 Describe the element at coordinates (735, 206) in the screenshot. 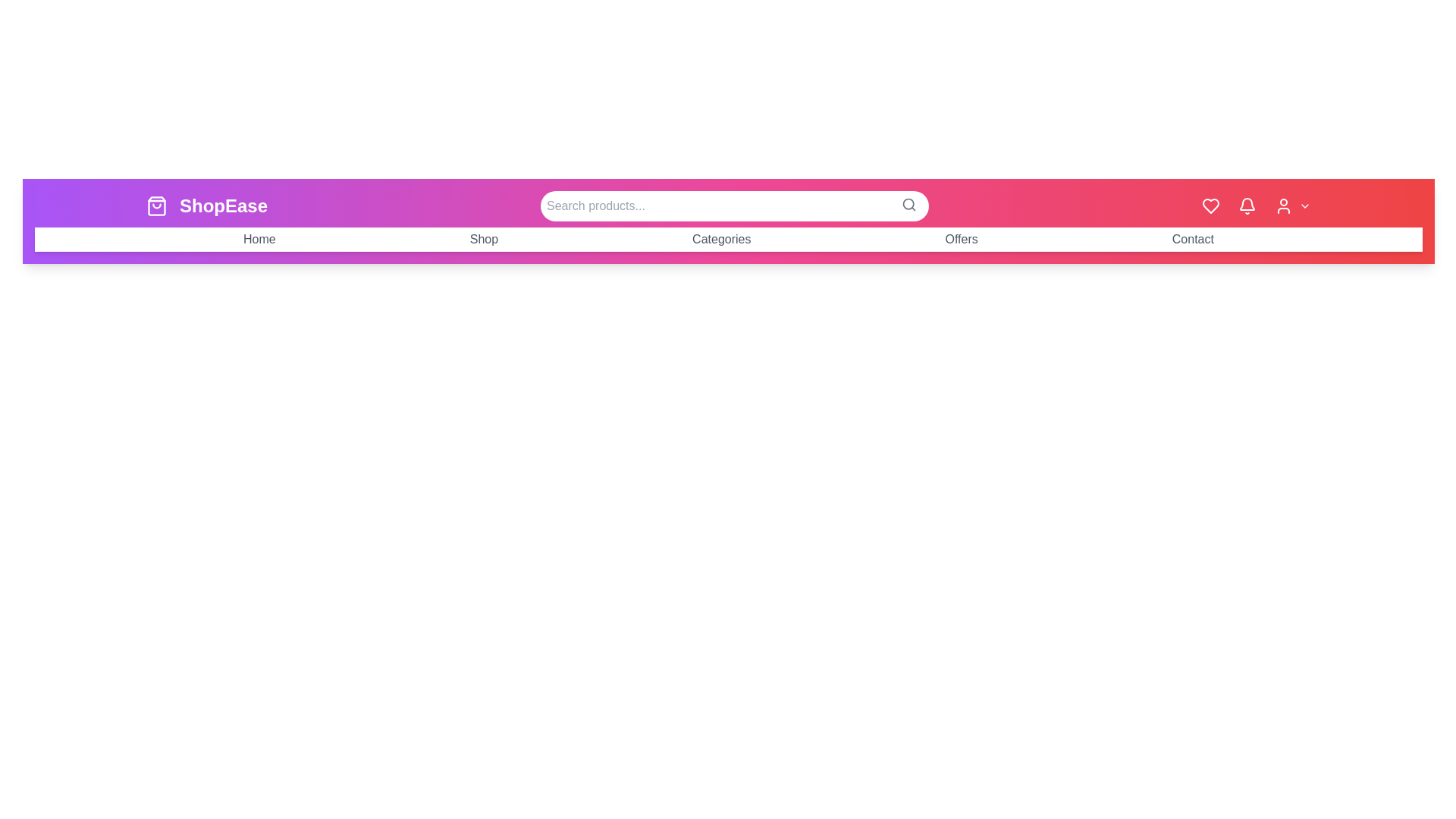

I see `the search bar and type the desired query` at that location.